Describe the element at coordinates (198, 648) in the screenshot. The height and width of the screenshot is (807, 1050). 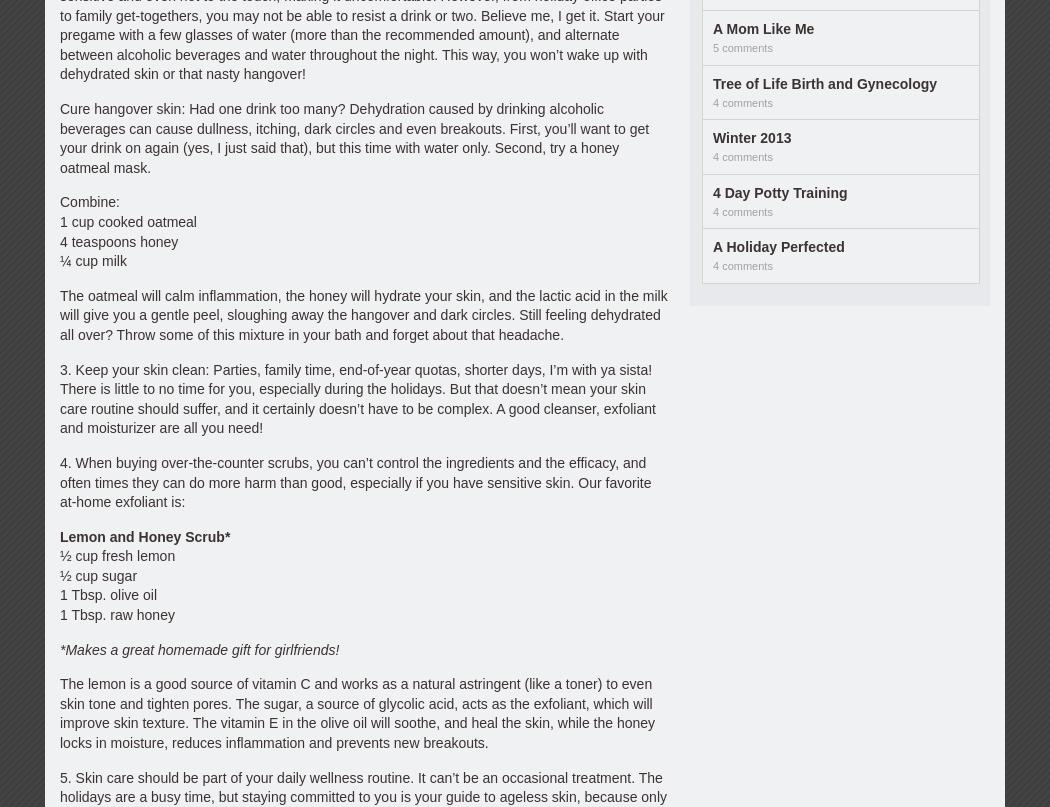
I see `'*Makes a great homemade gift for girlfriends!'` at that location.